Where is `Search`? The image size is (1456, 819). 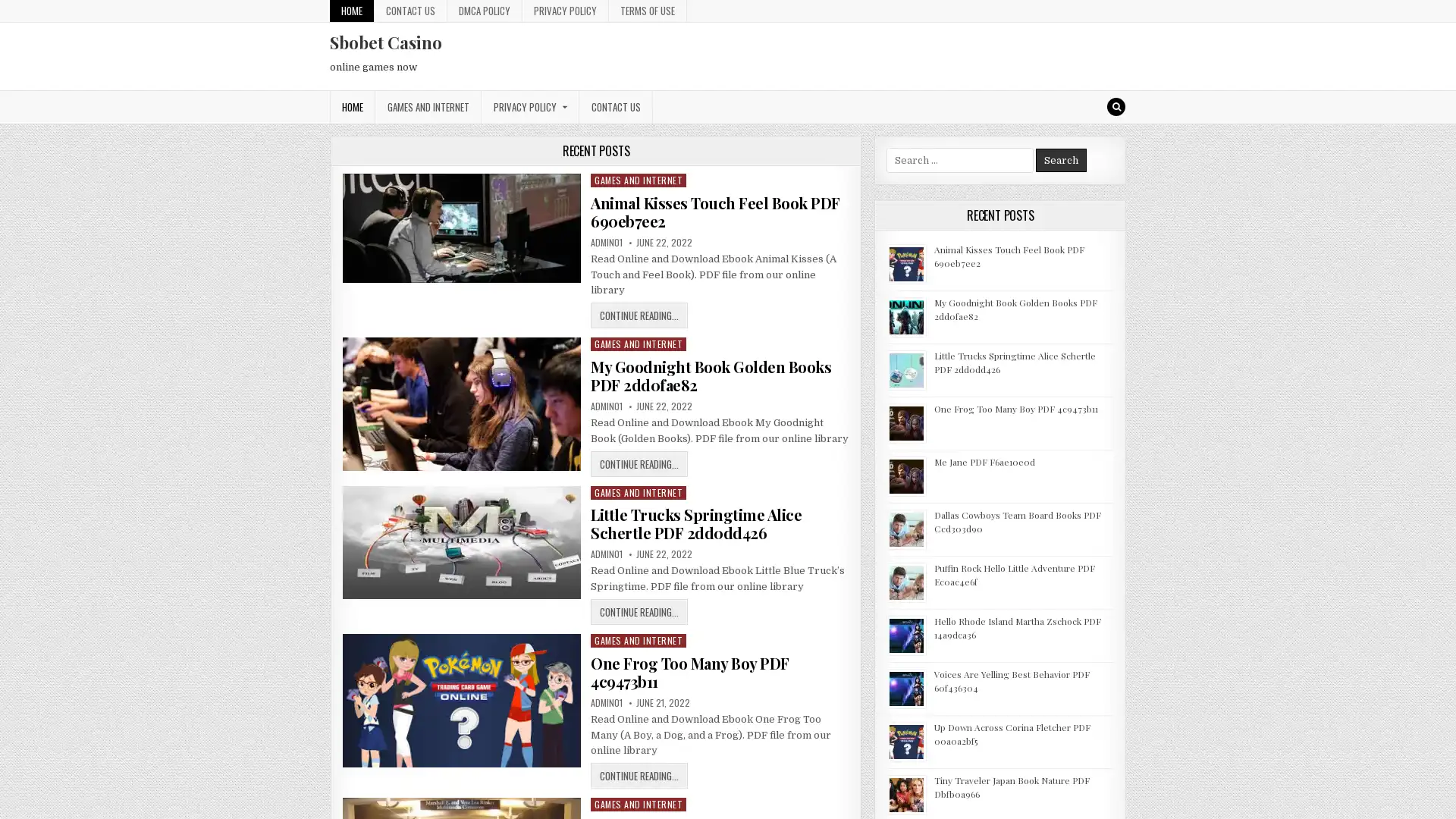 Search is located at coordinates (1060, 160).